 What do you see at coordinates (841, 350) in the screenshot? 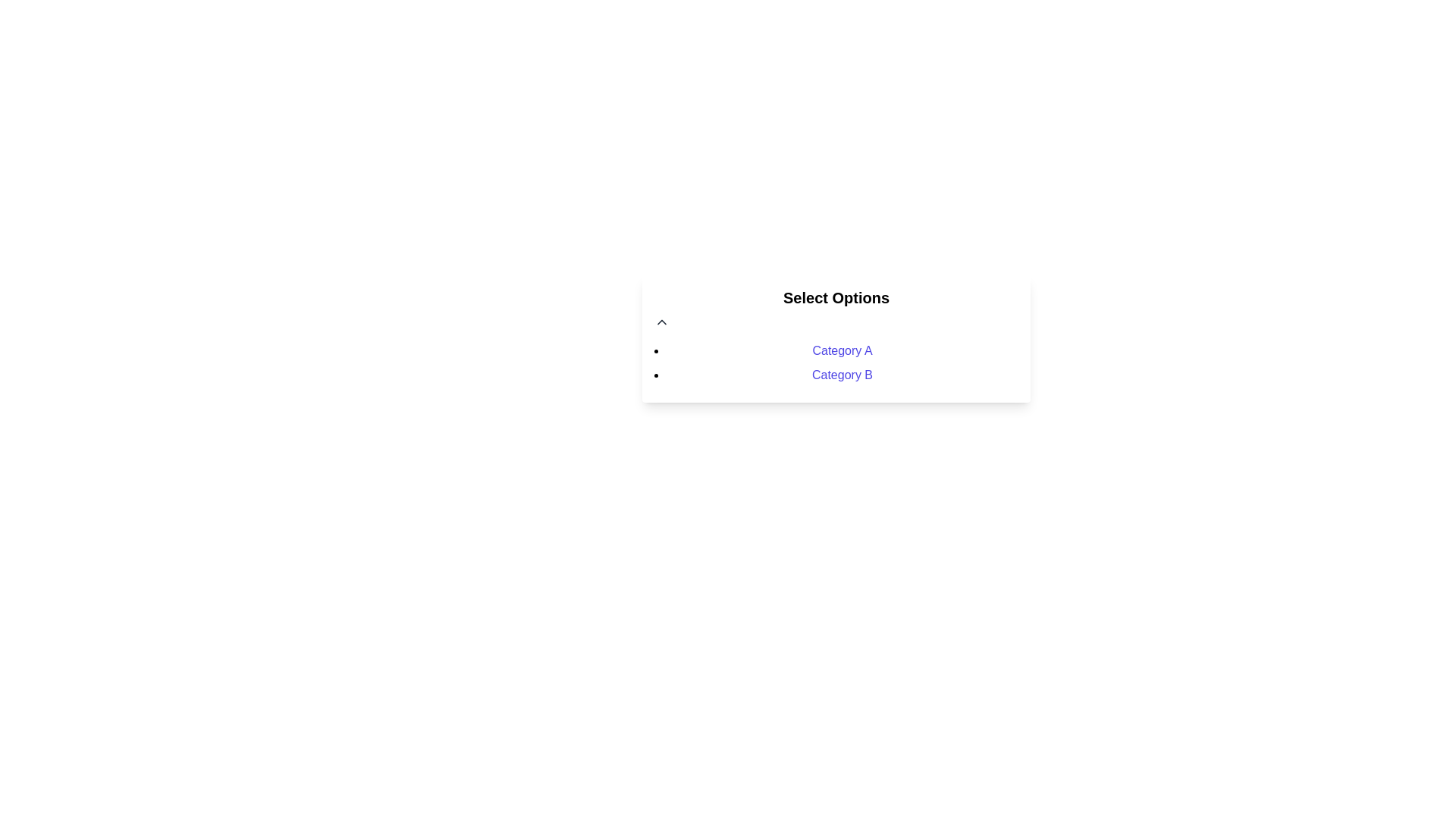
I see `the 'Category A' hyperlink in the menu list` at bounding box center [841, 350].